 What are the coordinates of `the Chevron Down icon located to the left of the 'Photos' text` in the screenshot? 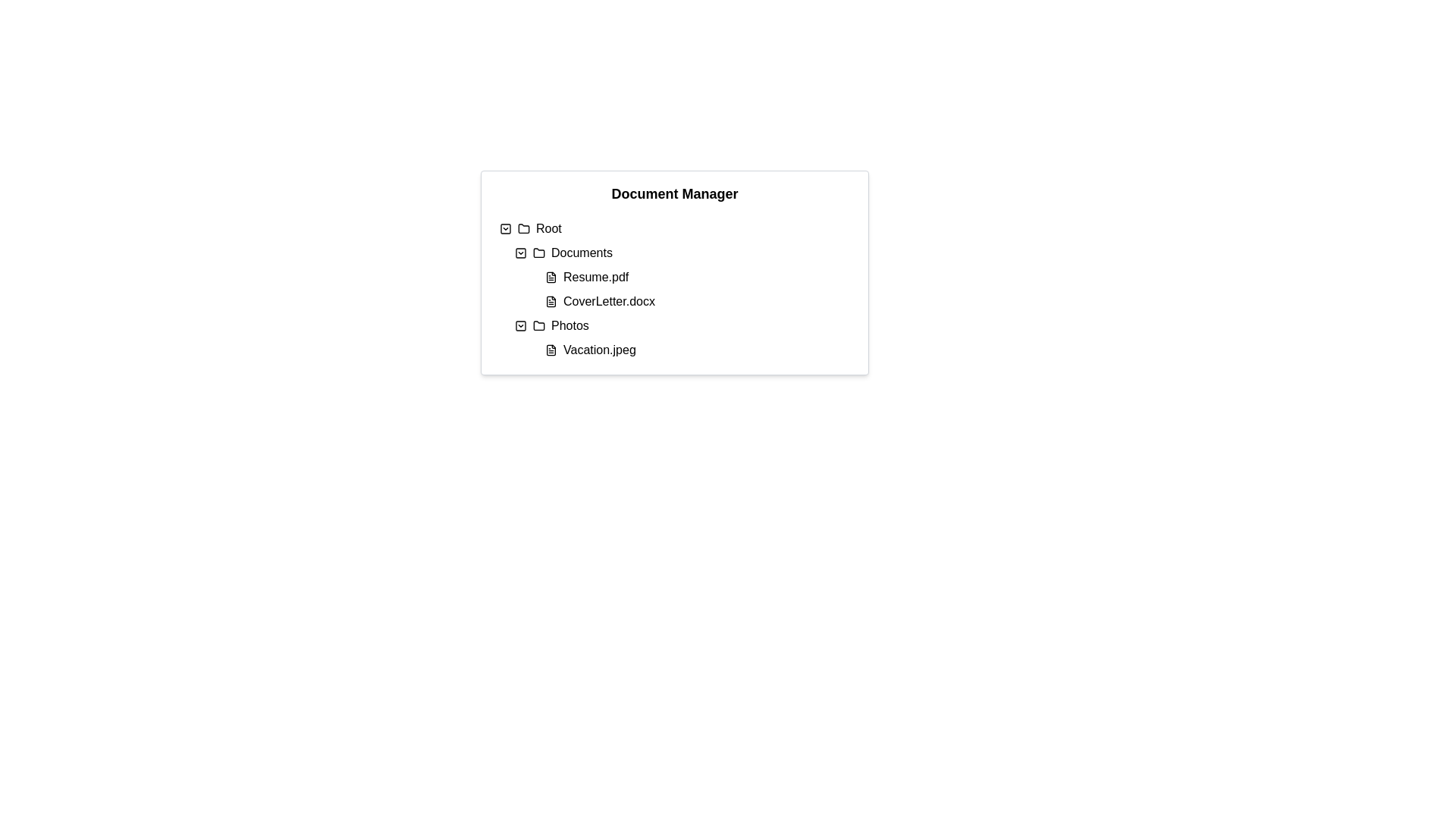 It's located at (520, 325).